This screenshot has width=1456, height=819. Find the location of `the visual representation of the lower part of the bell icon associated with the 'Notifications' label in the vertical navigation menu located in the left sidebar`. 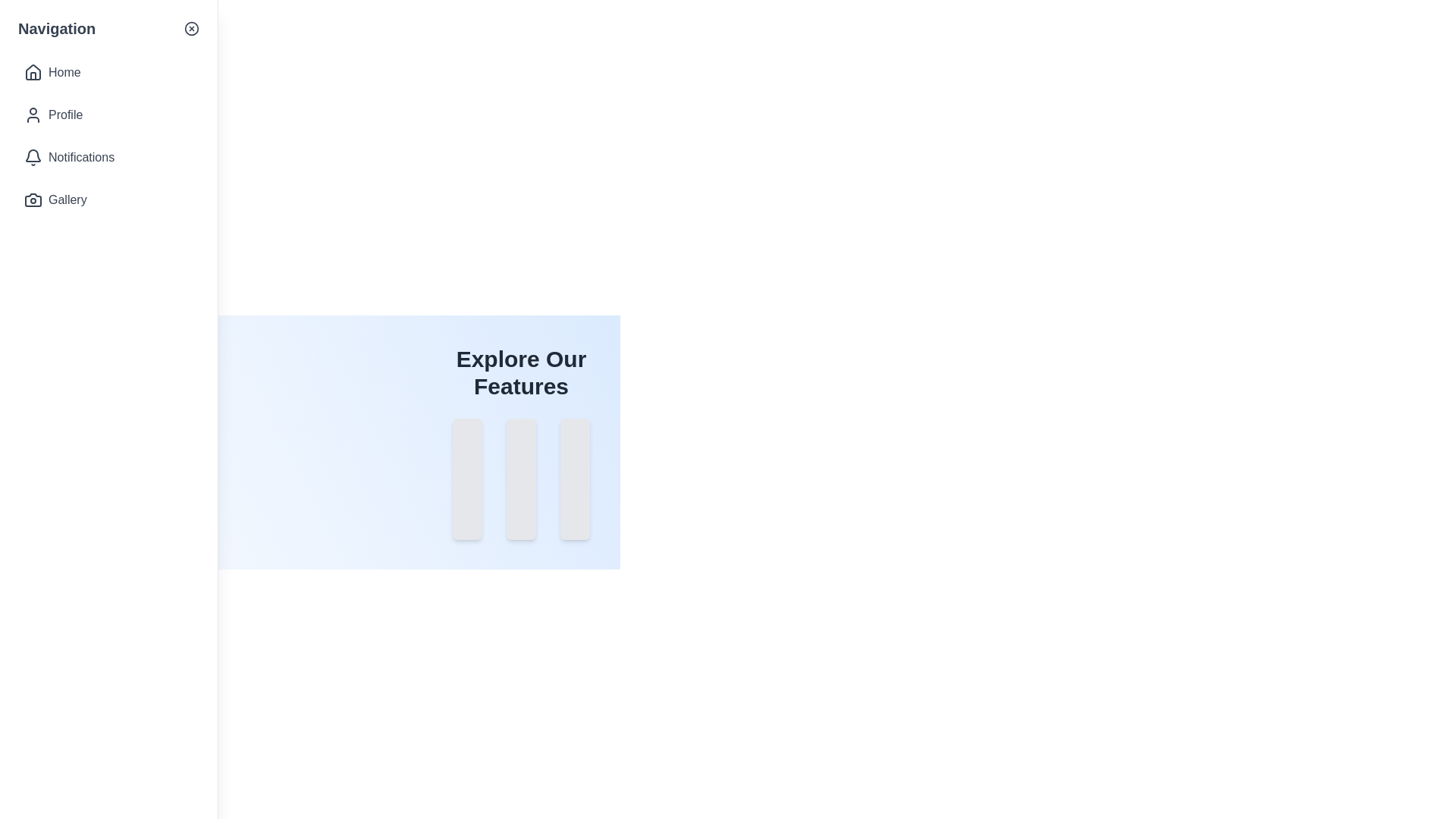

the visual representation of the lower part of the bell icon associated with the 'Notifications' label in the vertical navigation menu located in the left sidebar is located at coordinates (33, 155).